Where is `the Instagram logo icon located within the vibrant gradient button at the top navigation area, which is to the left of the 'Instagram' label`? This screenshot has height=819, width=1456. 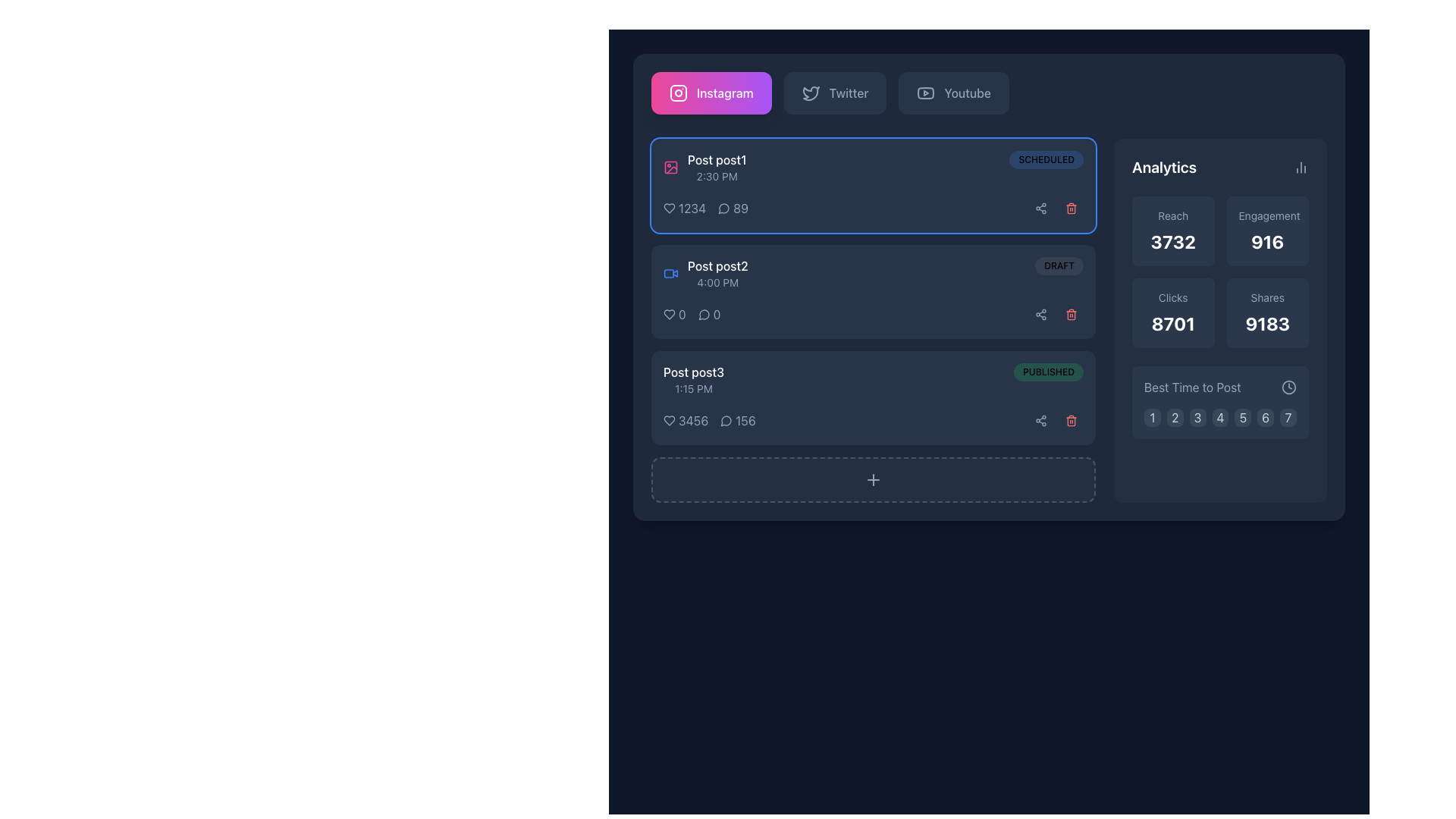 the Instagram logo icon located within the vibrant gradient button at the top navigation area, which is to the left of the 'Instagram' label is located at coordinates (677, 93).